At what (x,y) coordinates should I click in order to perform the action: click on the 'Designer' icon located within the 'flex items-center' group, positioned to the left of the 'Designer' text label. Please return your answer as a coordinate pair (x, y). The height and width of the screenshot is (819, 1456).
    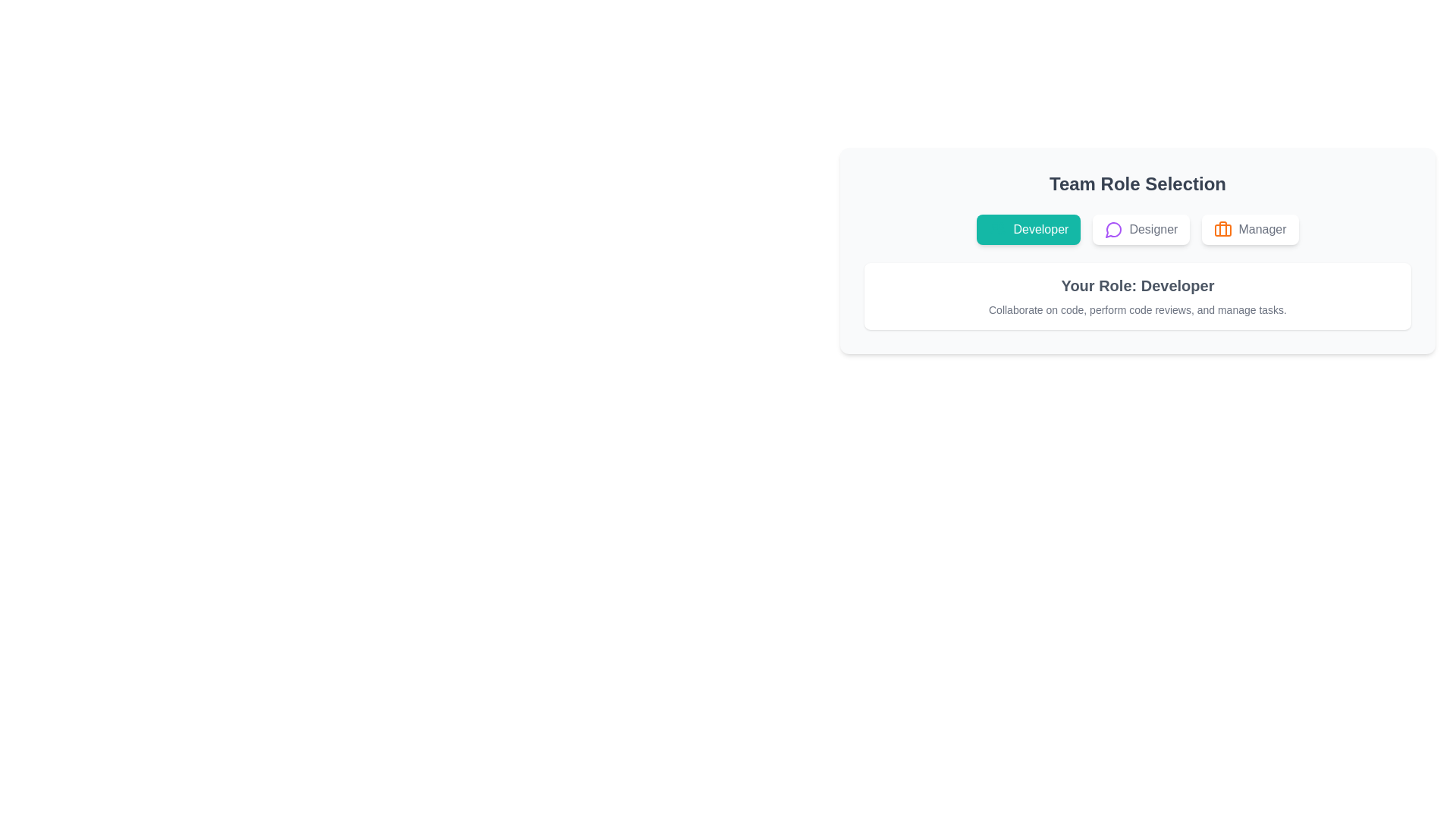
    Looking at the image, I should click on (1114, 230).